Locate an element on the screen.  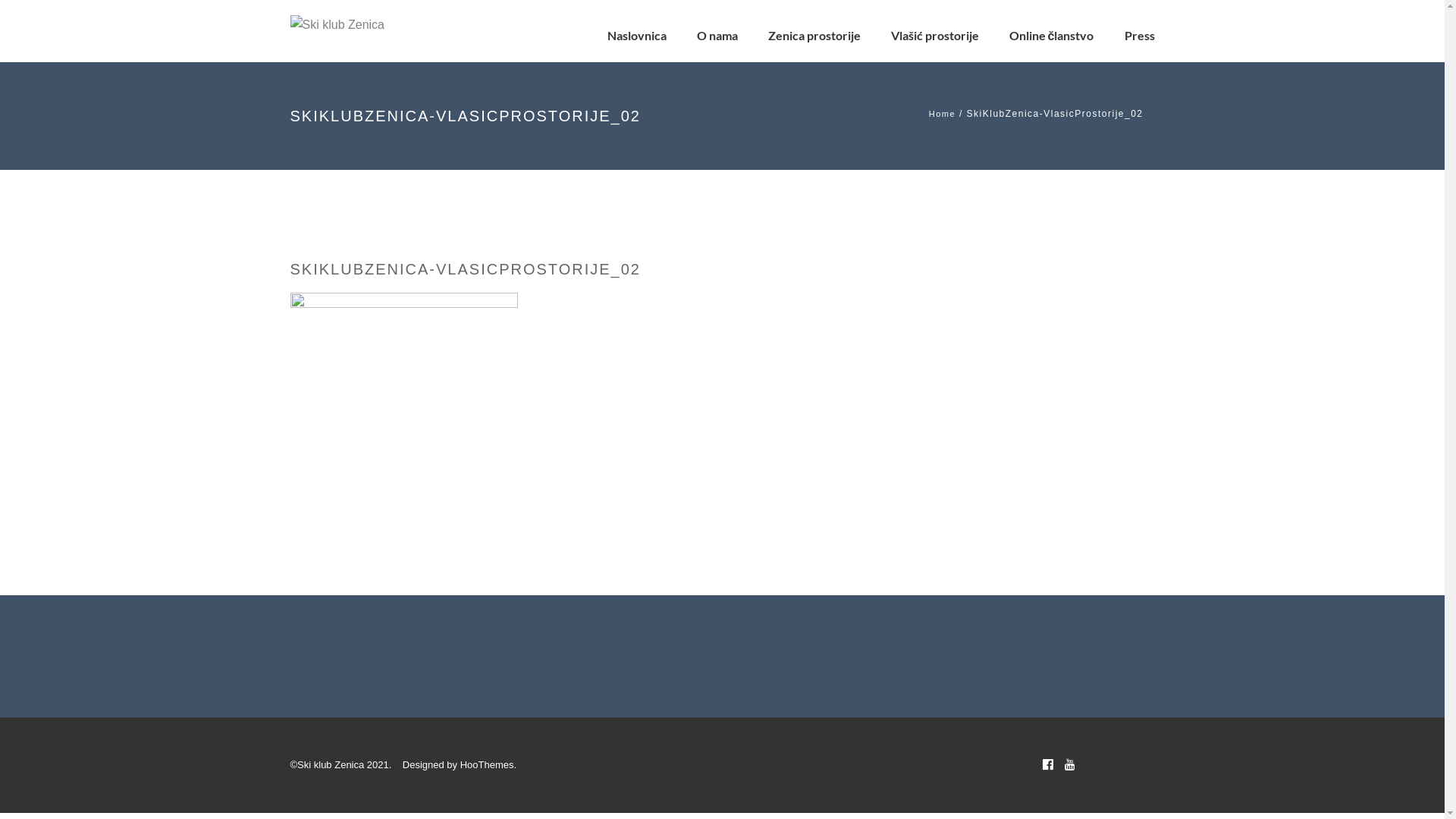
'HooThemes' is located at coordinates (487, 764).